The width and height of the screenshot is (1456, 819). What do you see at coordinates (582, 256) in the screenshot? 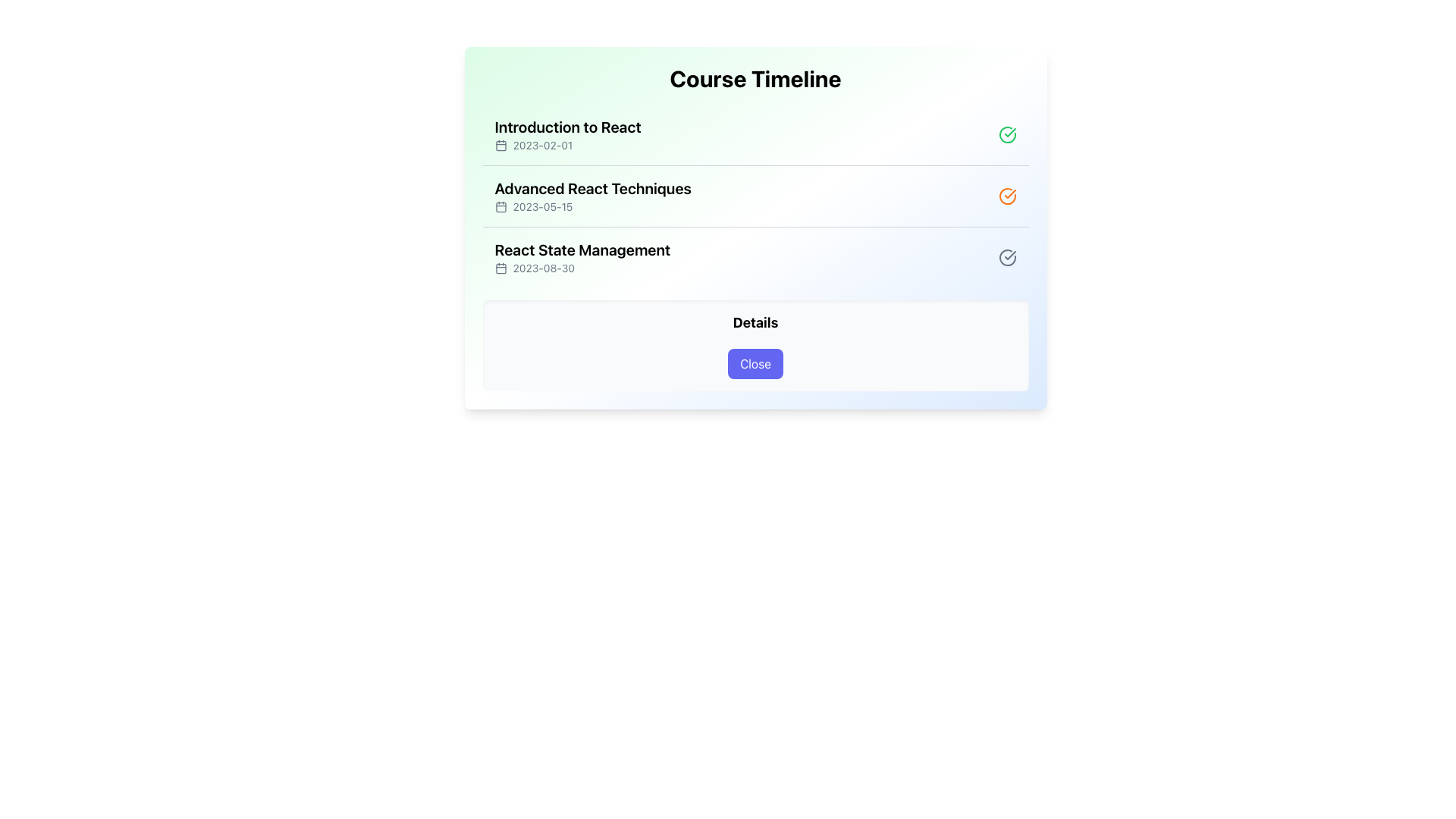
I see `the list item displaying 'React State Management' with the date '2023-08-30'` at bounding box center [582, 256].